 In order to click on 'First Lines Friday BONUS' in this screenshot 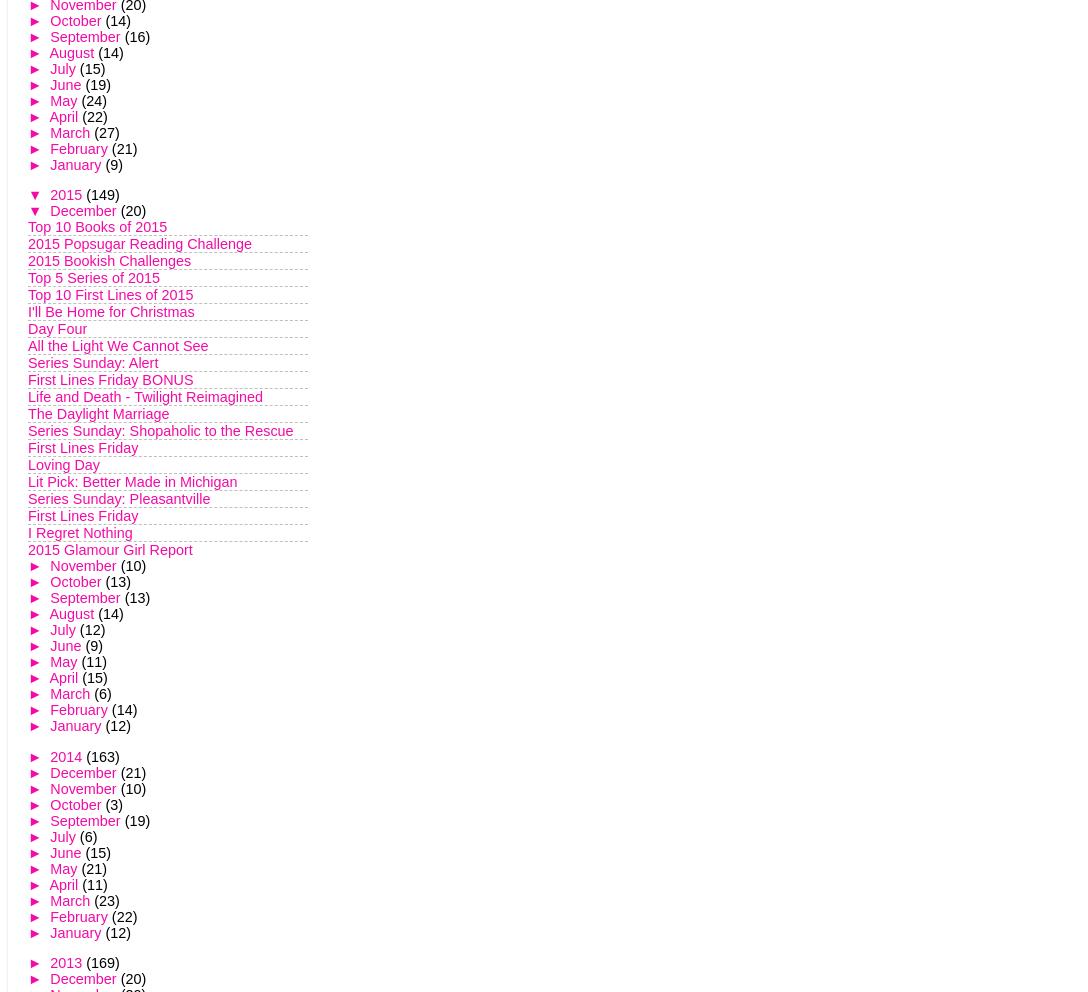, I will do `click(110, 380)`.